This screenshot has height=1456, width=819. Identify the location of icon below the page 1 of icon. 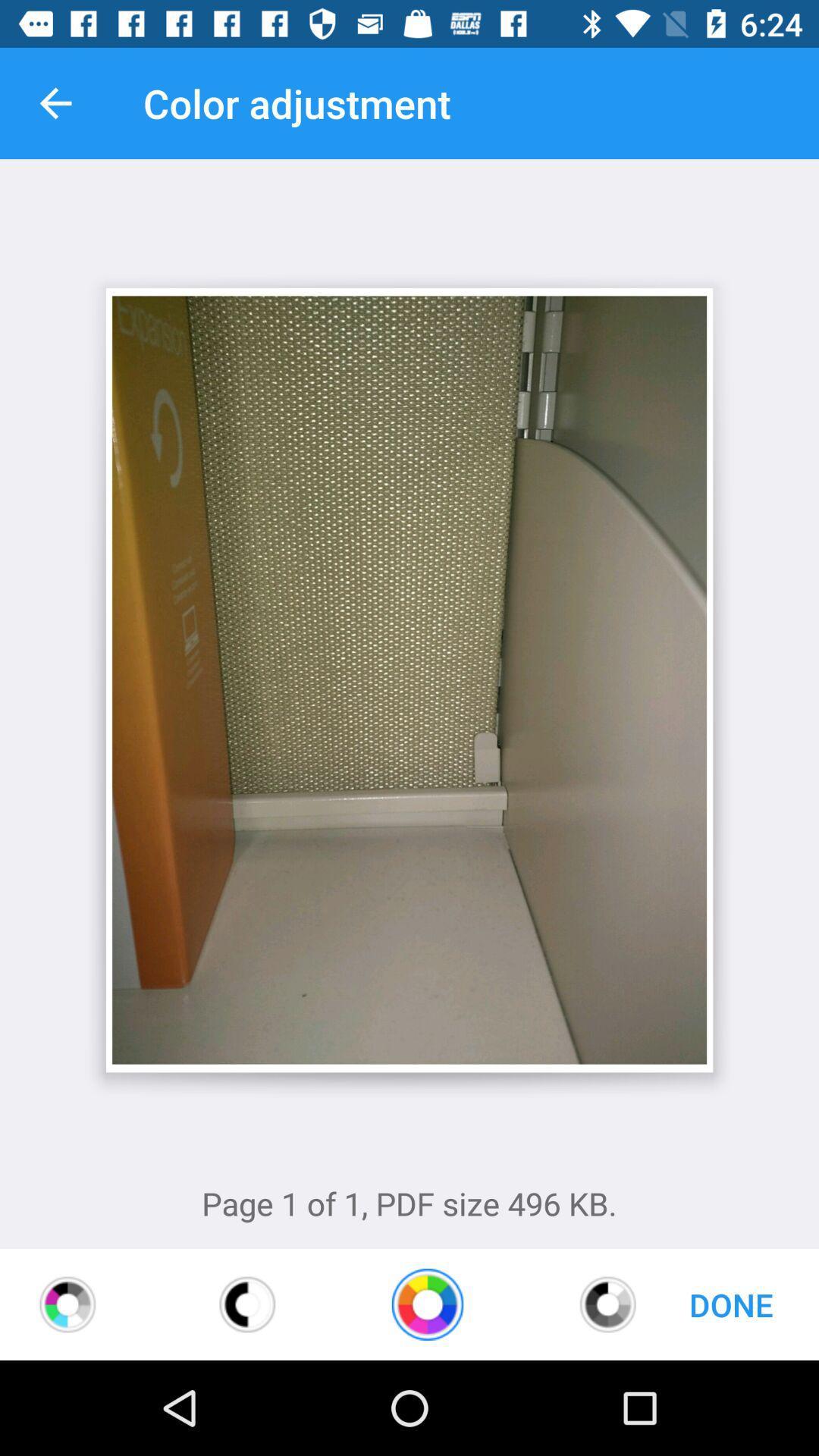
(427, 1304).